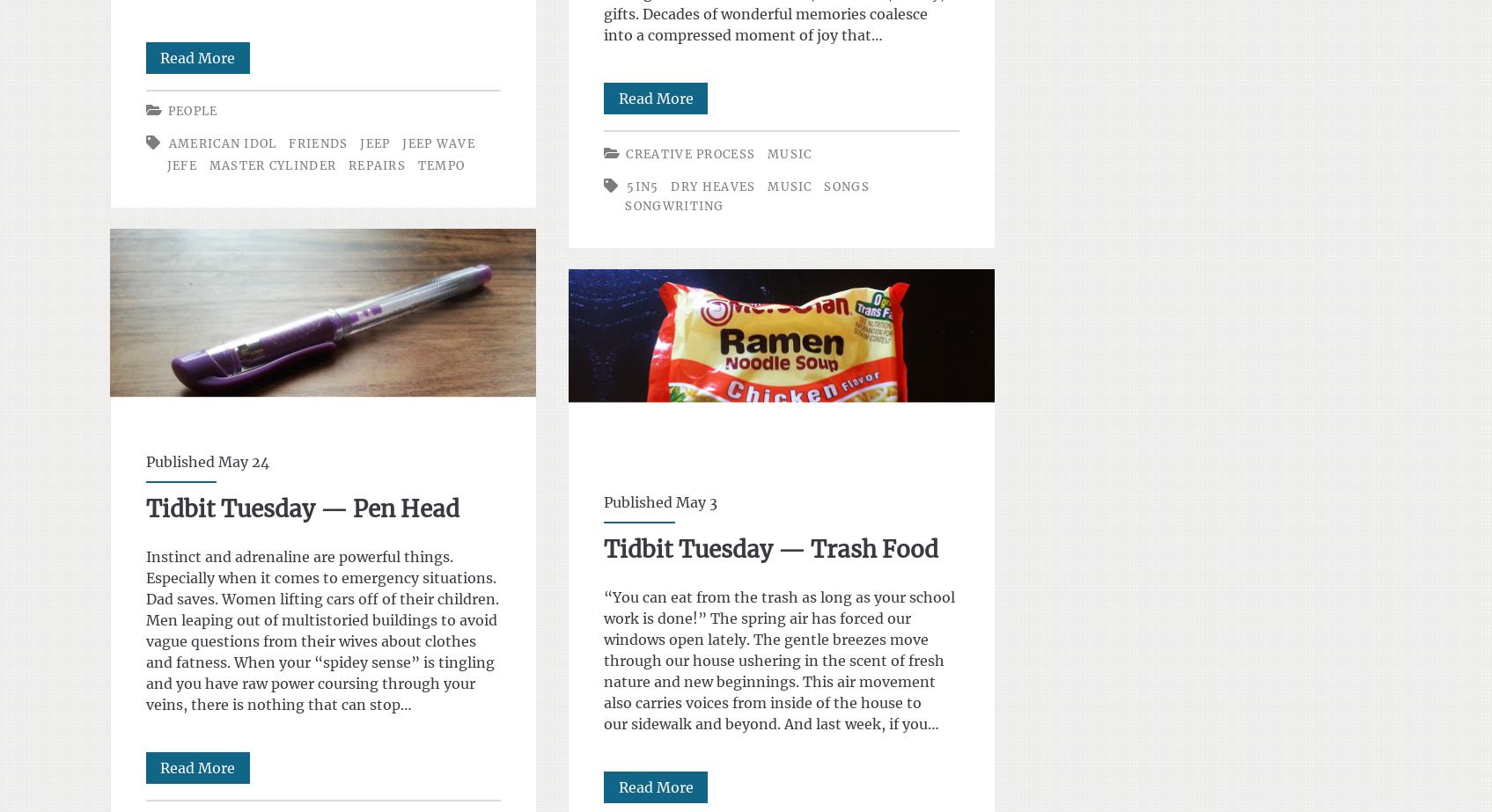 The width and height of the screenshot is (1492, 812). What do you see at coordinates (670, 187) in the screenshot?
I see `'dry heaves'` at bounding box center [670, 187].